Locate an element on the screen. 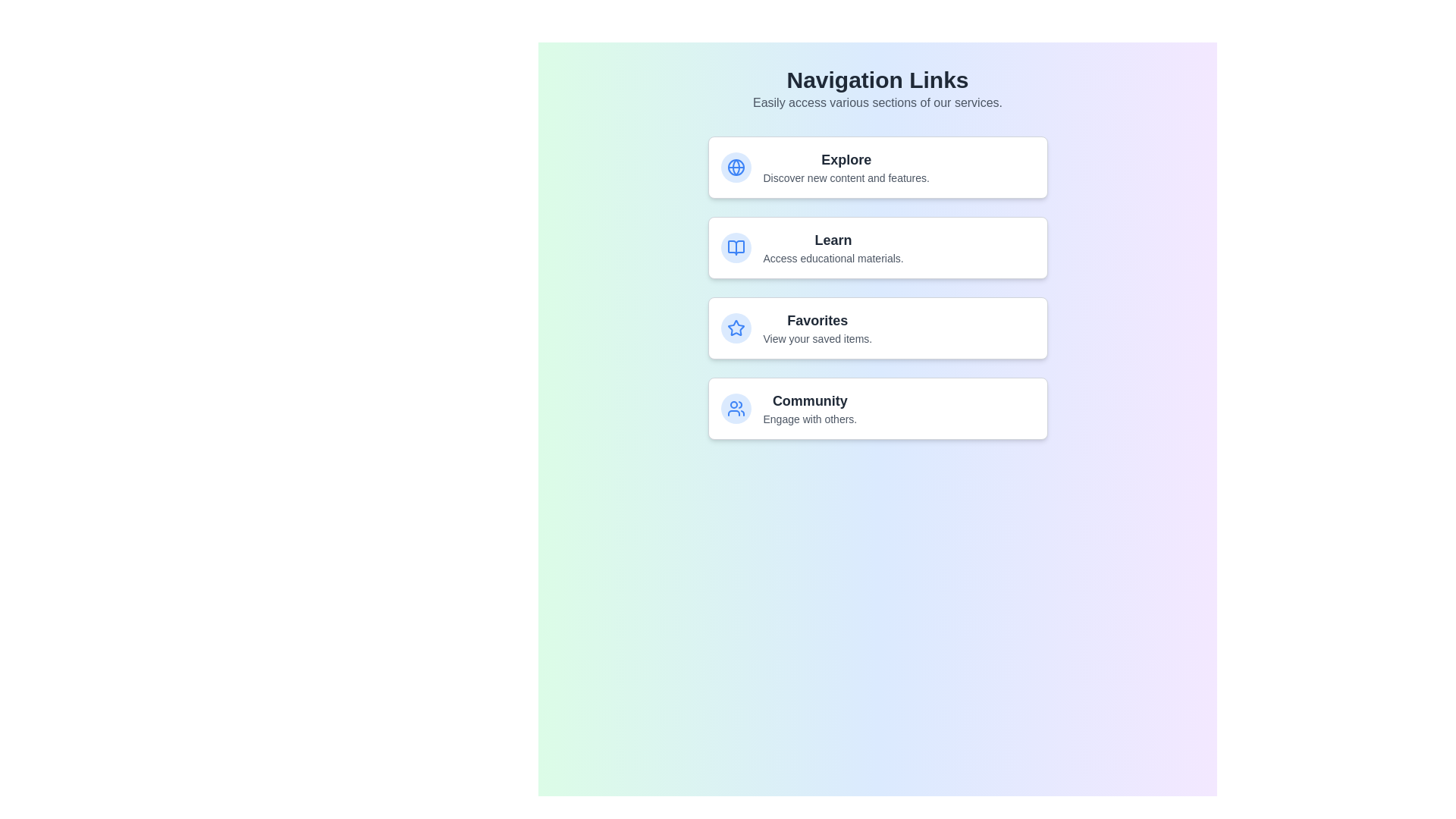  the circular blue globe icon located in the top left corner of the 'Explore' section card, directly above the text 'Explore' is located at coordinates (736, 167).